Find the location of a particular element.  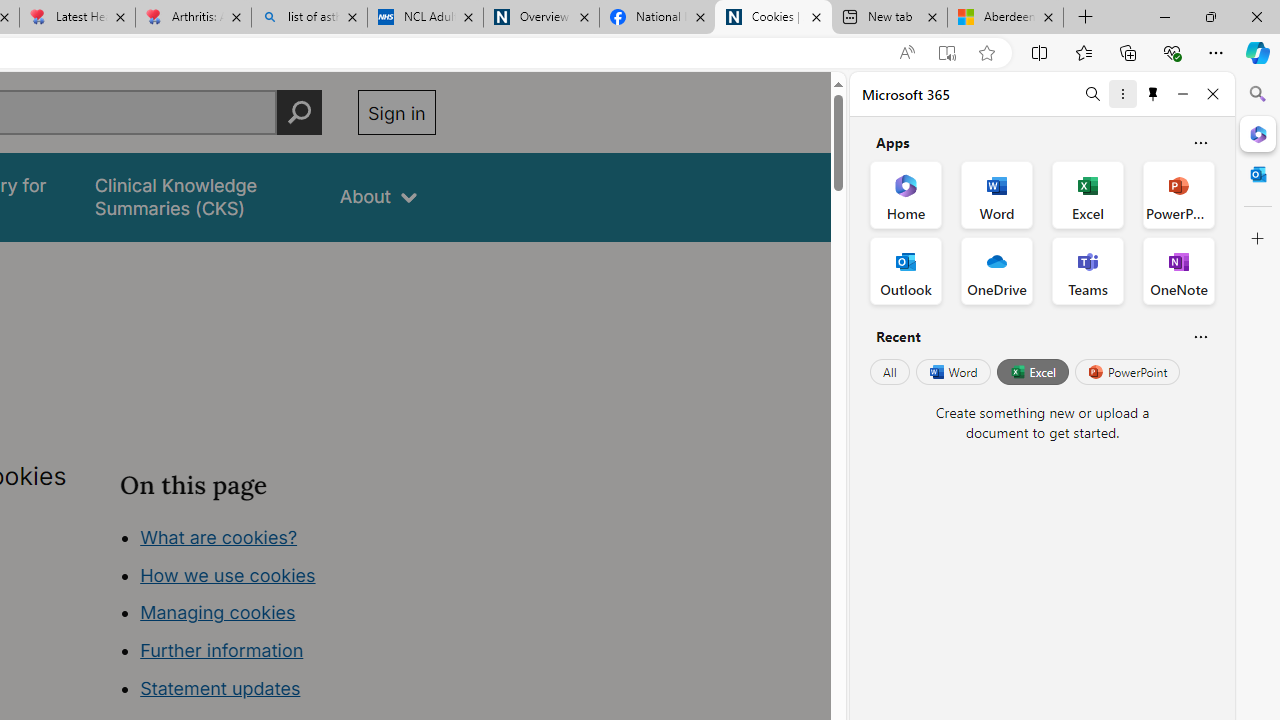

'Teams Office App' is located at coordinates (1087, 271).